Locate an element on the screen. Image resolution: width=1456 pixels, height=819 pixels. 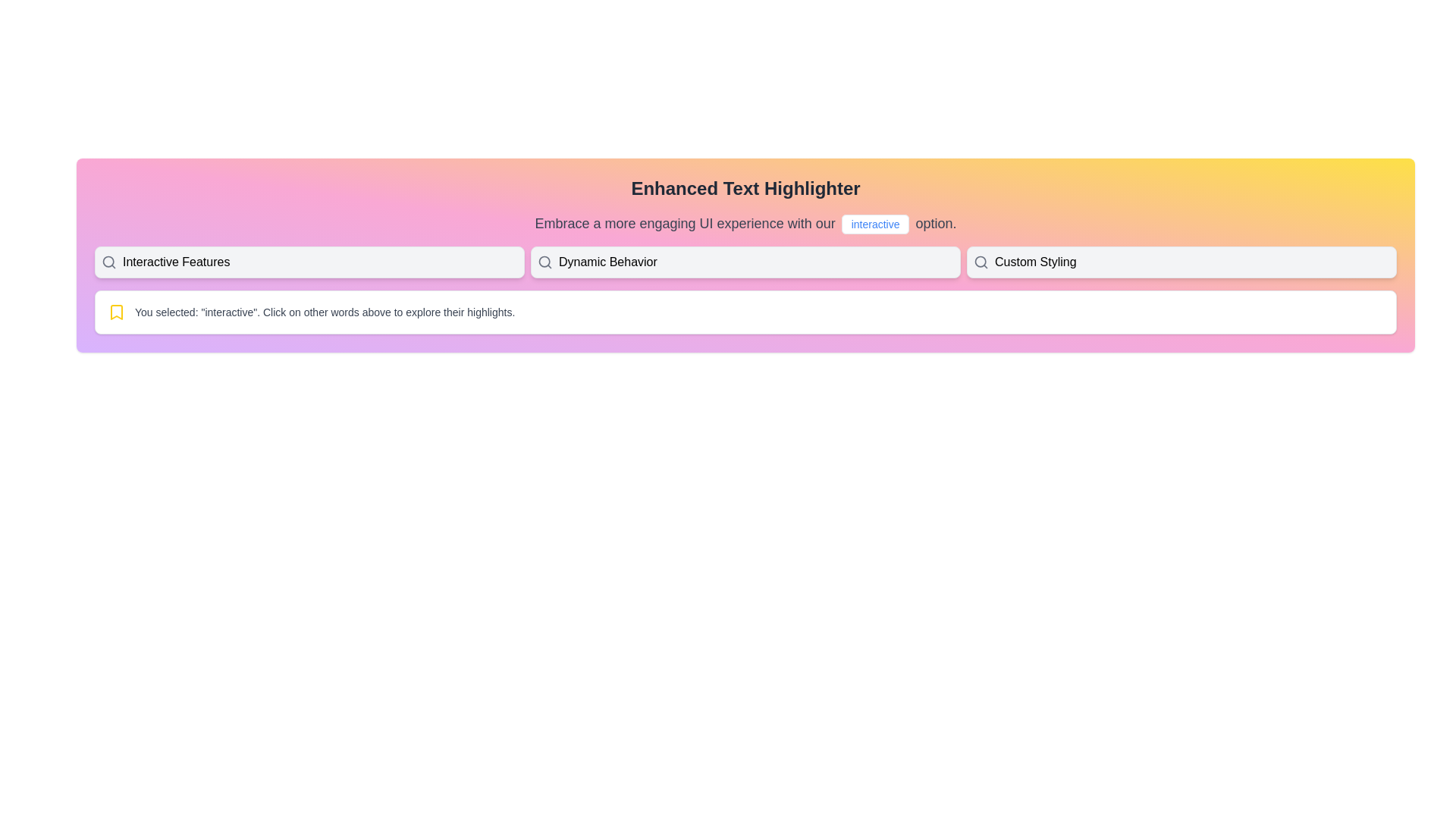
the decorative SVG circle that is part of the magnifying glass icon representing search functionality, located next to the 'Dynamic Behavior' text is located at coordinates (544, 261).